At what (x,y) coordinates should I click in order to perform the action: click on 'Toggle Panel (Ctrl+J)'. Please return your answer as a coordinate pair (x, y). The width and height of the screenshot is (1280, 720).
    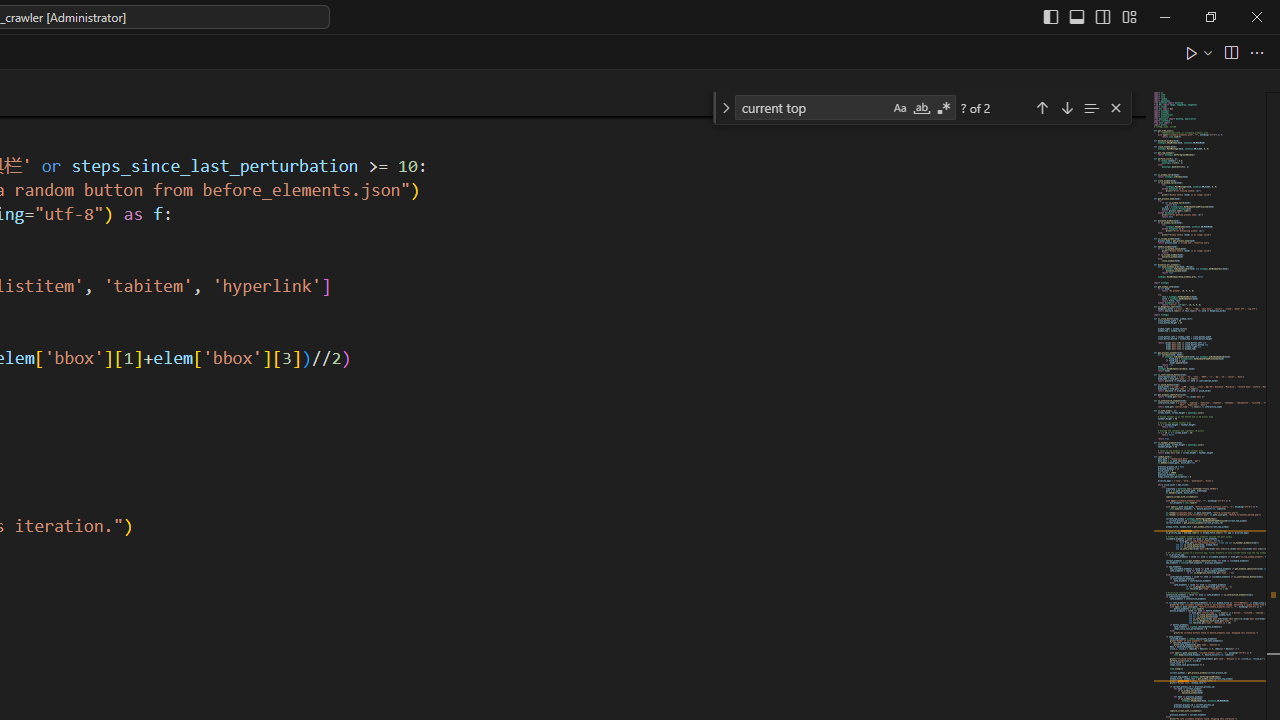
    Looking at the image, I should click on (1076, 16).